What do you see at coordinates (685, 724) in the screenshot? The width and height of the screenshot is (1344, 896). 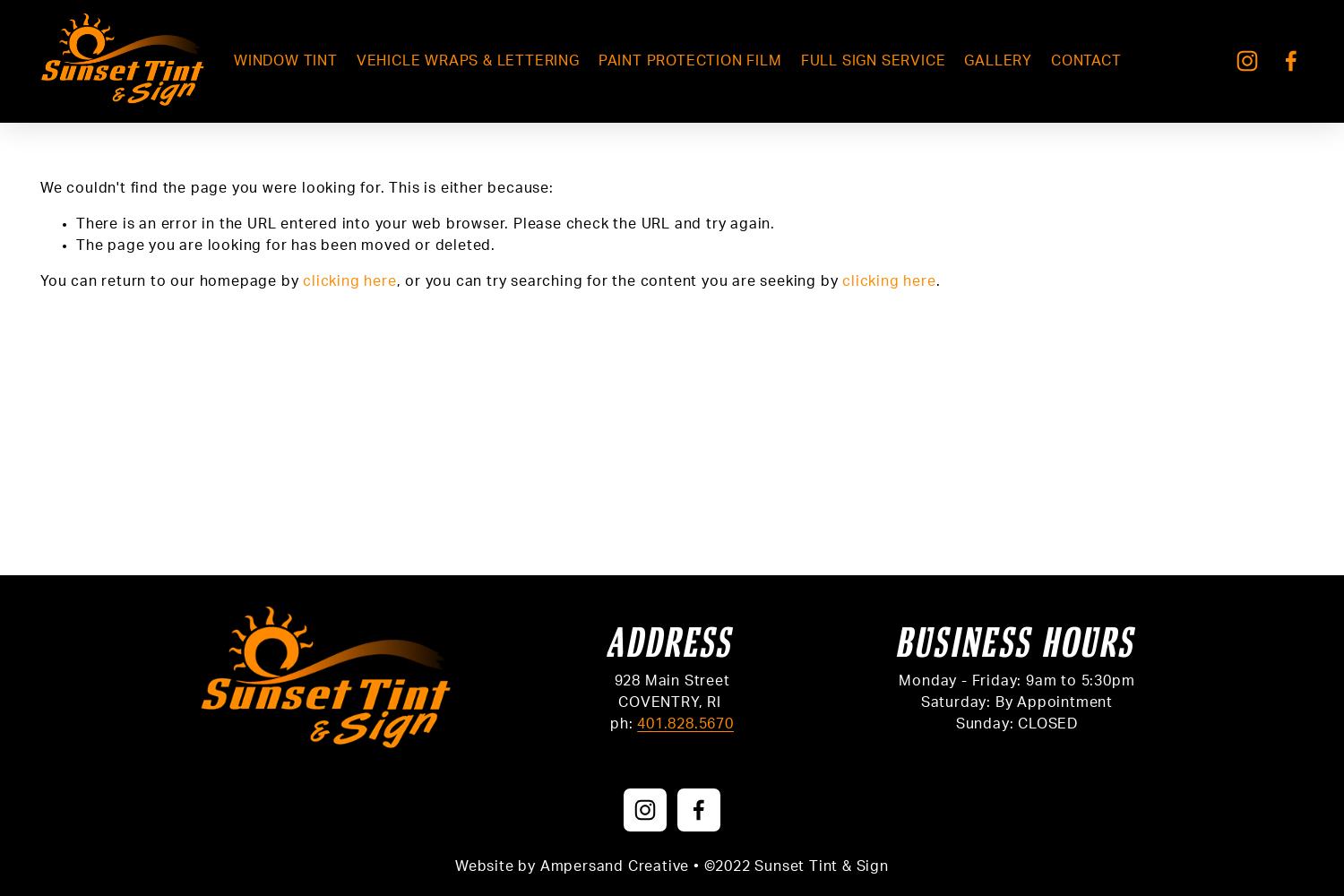 I see `'401.828.5670'` at bounding box center [685, 724].